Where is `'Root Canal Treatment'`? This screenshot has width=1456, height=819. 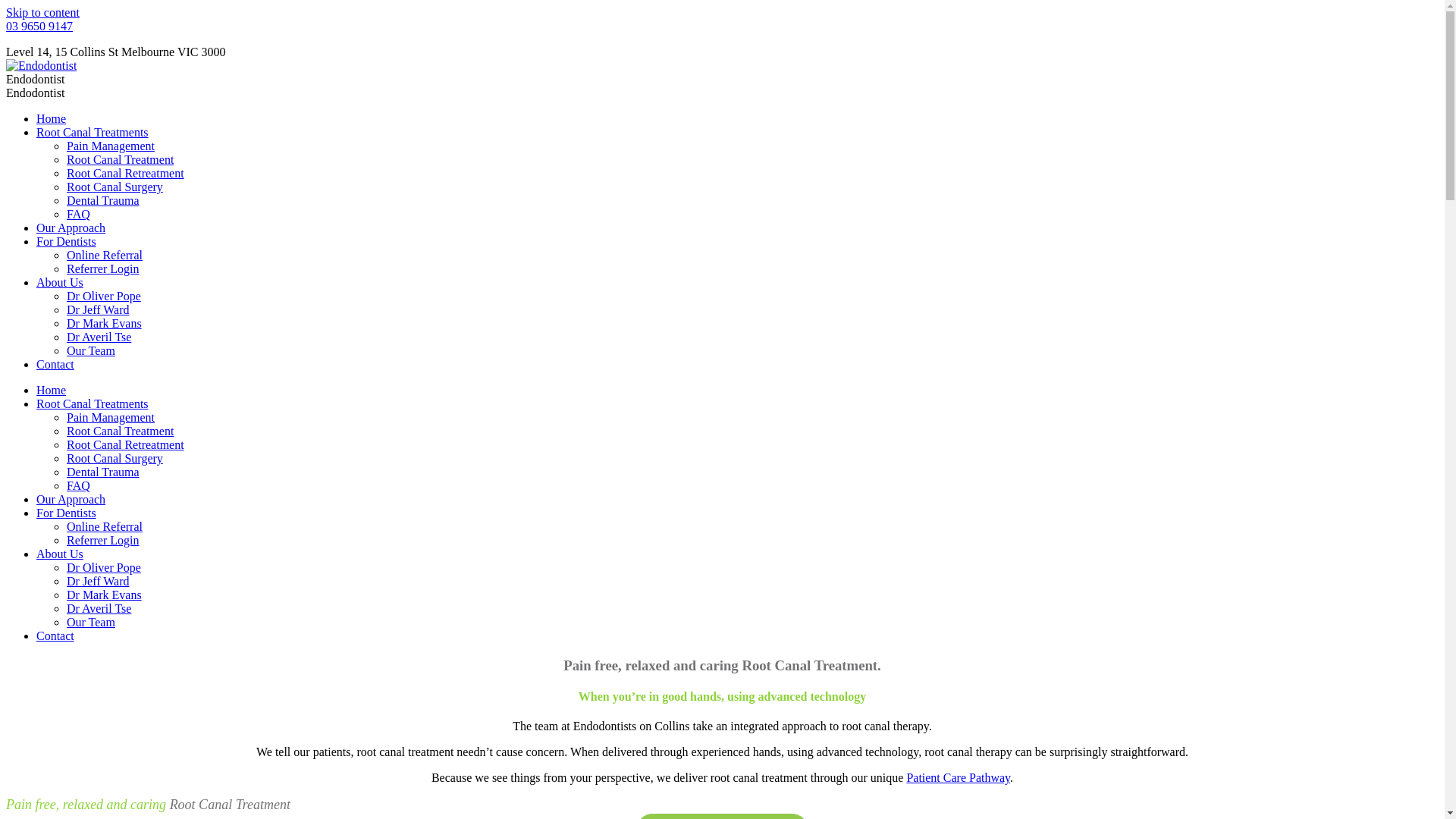 'Root Canal Treatment' is located at coordinates (119, 159).